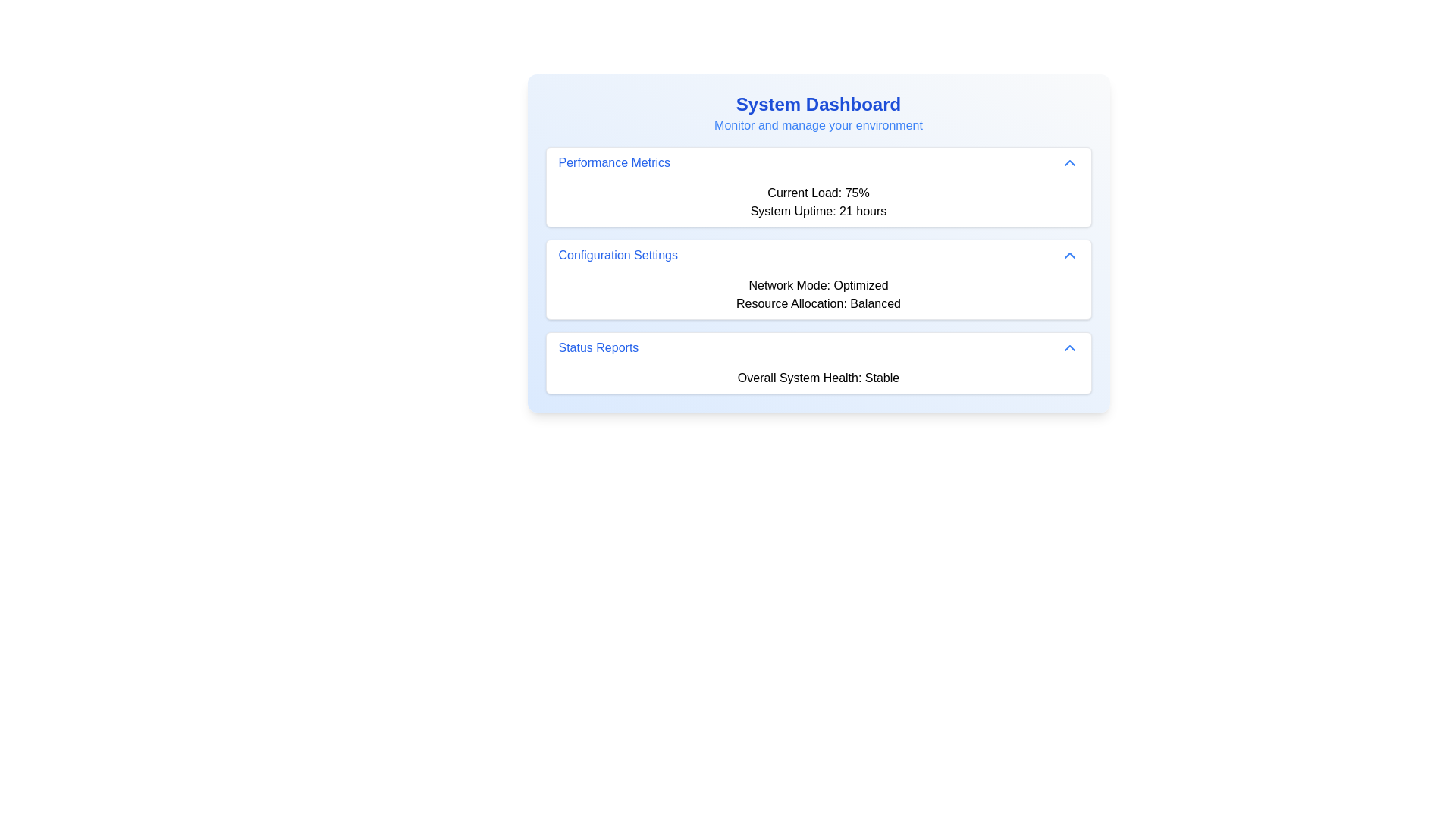 This screenshot has width=1456, height=819. Describe the element at coordinates (817, 295) in the screenshot. I see `the 'Network Mode: Optimized' and 'Resource Allocation: Balanced' text display located in the 'Configuration Settings' section of the dashboard` at that location.